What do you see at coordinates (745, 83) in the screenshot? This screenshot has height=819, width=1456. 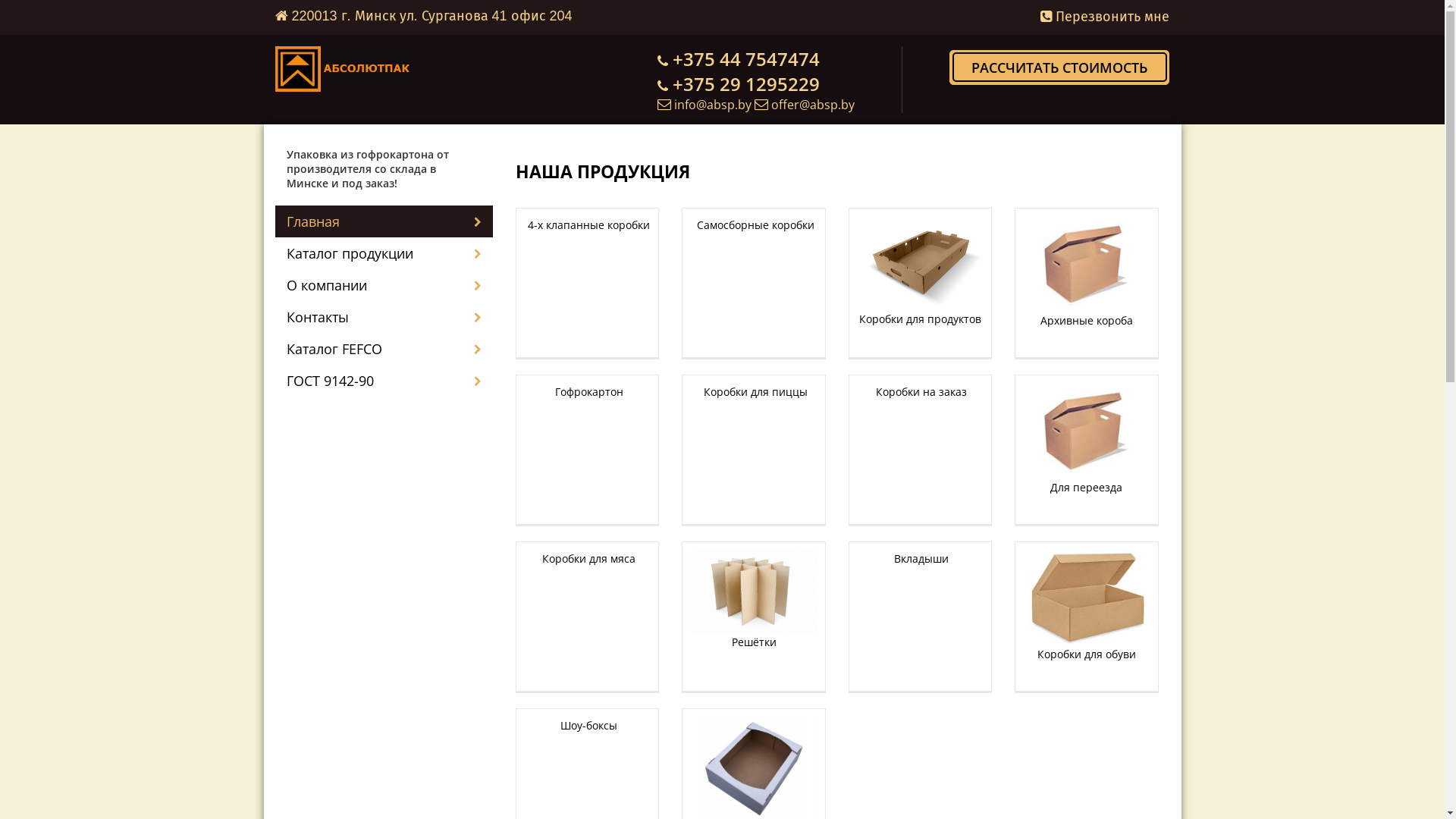 I see `'+375 29 1295229'` at bounding box center [745, 83].